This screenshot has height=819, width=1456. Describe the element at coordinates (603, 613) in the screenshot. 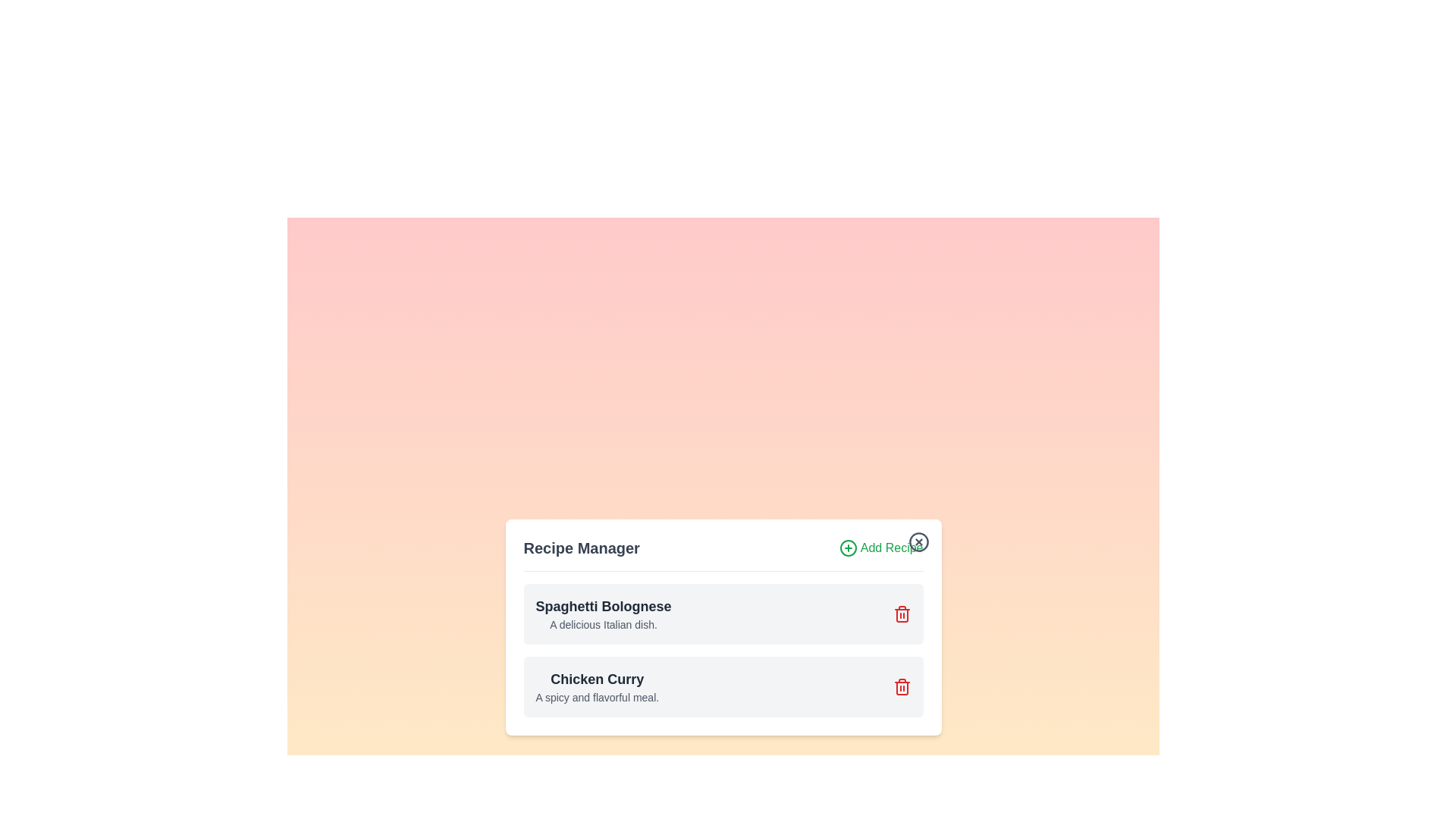

I see `text content of the Text block displaying the title 'Spaghetti Bolognese' and subtitle 'A delicious Italian dish.' in the Recipe Manager interface` at that location.